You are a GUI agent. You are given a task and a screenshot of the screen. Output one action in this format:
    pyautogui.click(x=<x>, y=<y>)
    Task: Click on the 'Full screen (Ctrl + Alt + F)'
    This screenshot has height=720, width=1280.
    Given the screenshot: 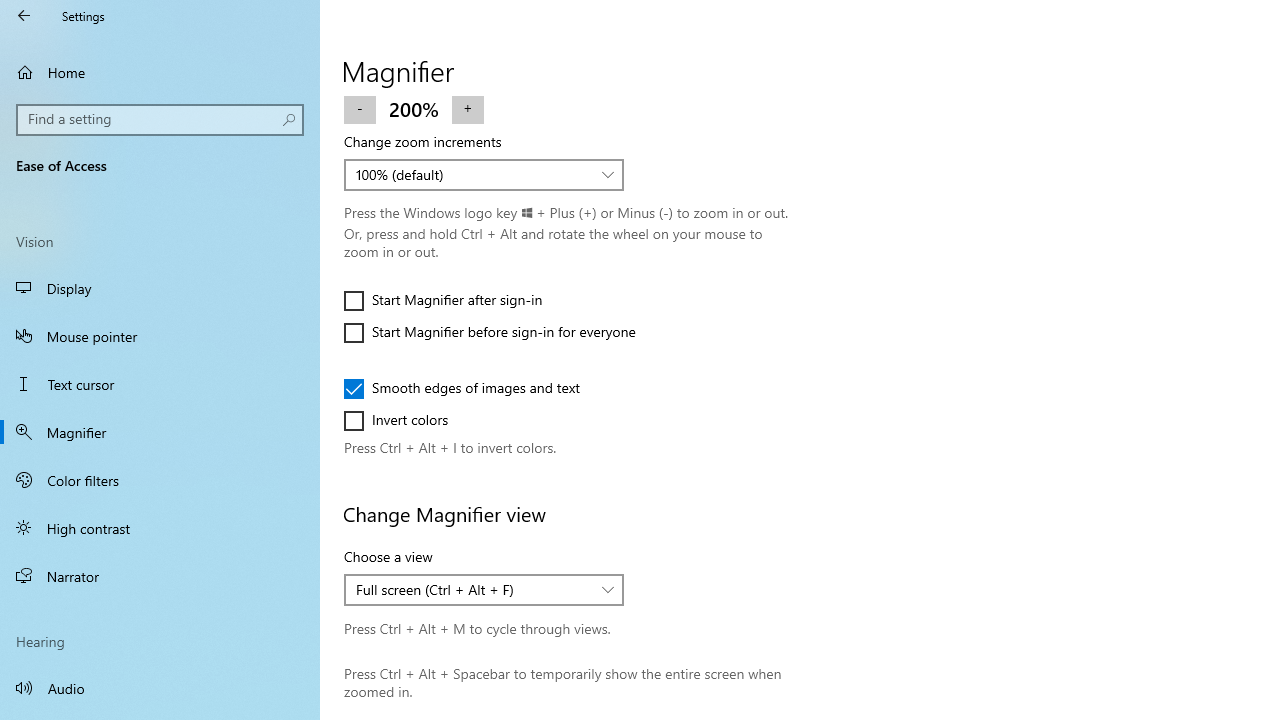 What is the action you would take?
    pyautogui.click(x=472, y=588)
    